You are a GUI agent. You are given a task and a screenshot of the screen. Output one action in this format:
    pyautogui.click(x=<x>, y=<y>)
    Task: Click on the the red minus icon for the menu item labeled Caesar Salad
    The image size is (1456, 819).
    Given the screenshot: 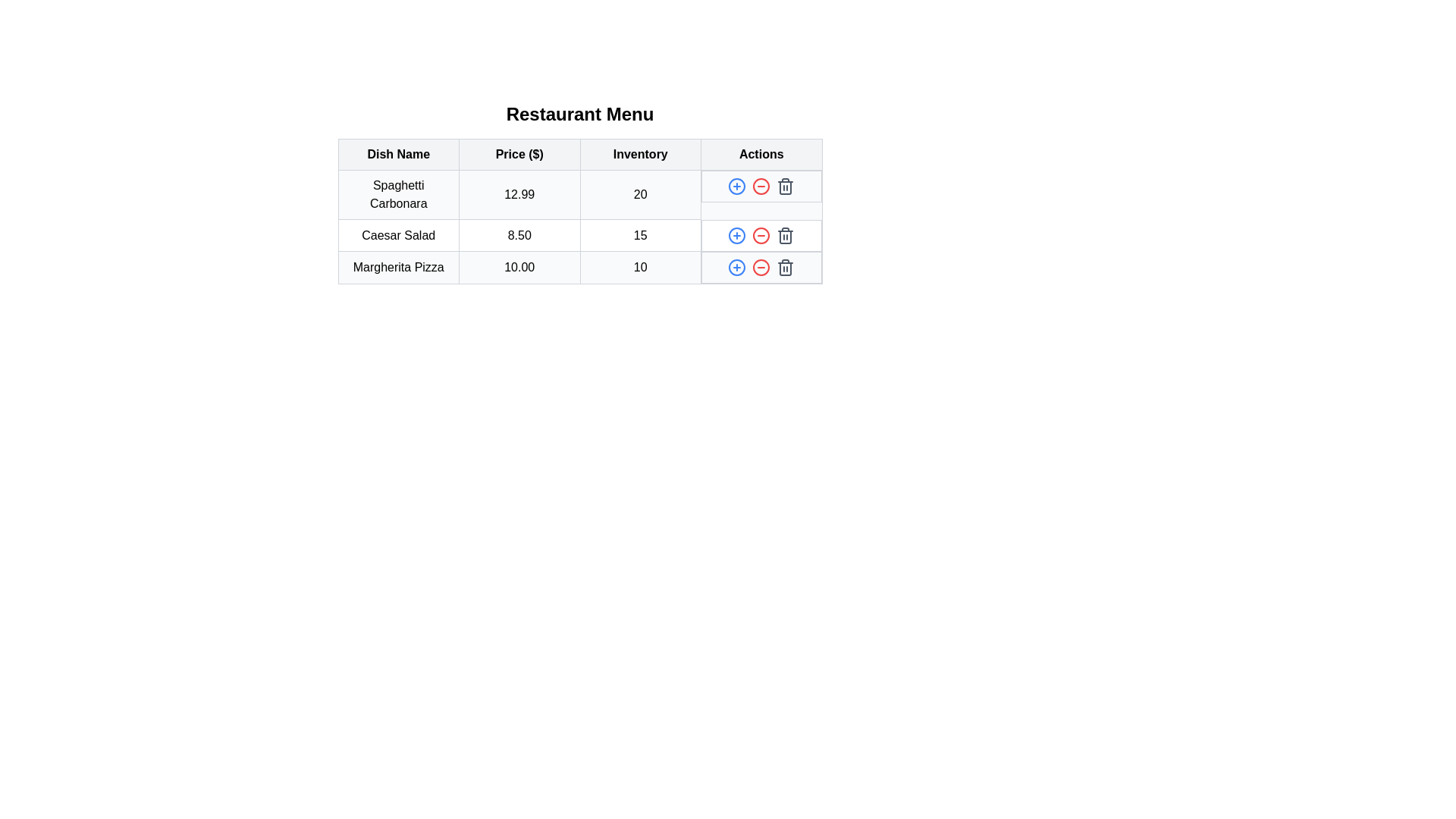 What is the action you would take?
    pyautogui.click(x=761, y=235)
    